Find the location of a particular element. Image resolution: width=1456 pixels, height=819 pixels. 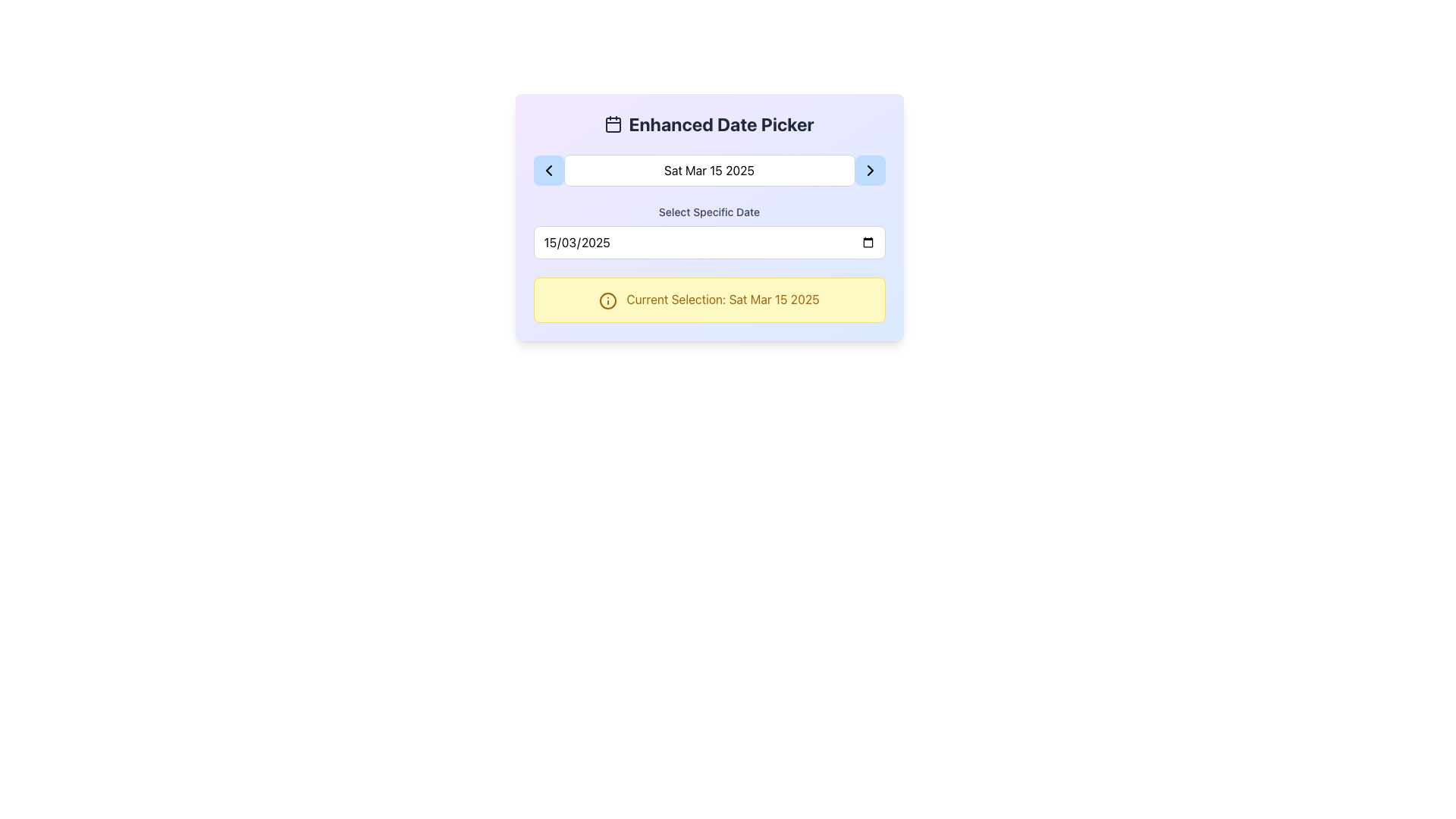

the Date picker input field labeled 'Select Specific Date' is located at coordinates (708, 242).